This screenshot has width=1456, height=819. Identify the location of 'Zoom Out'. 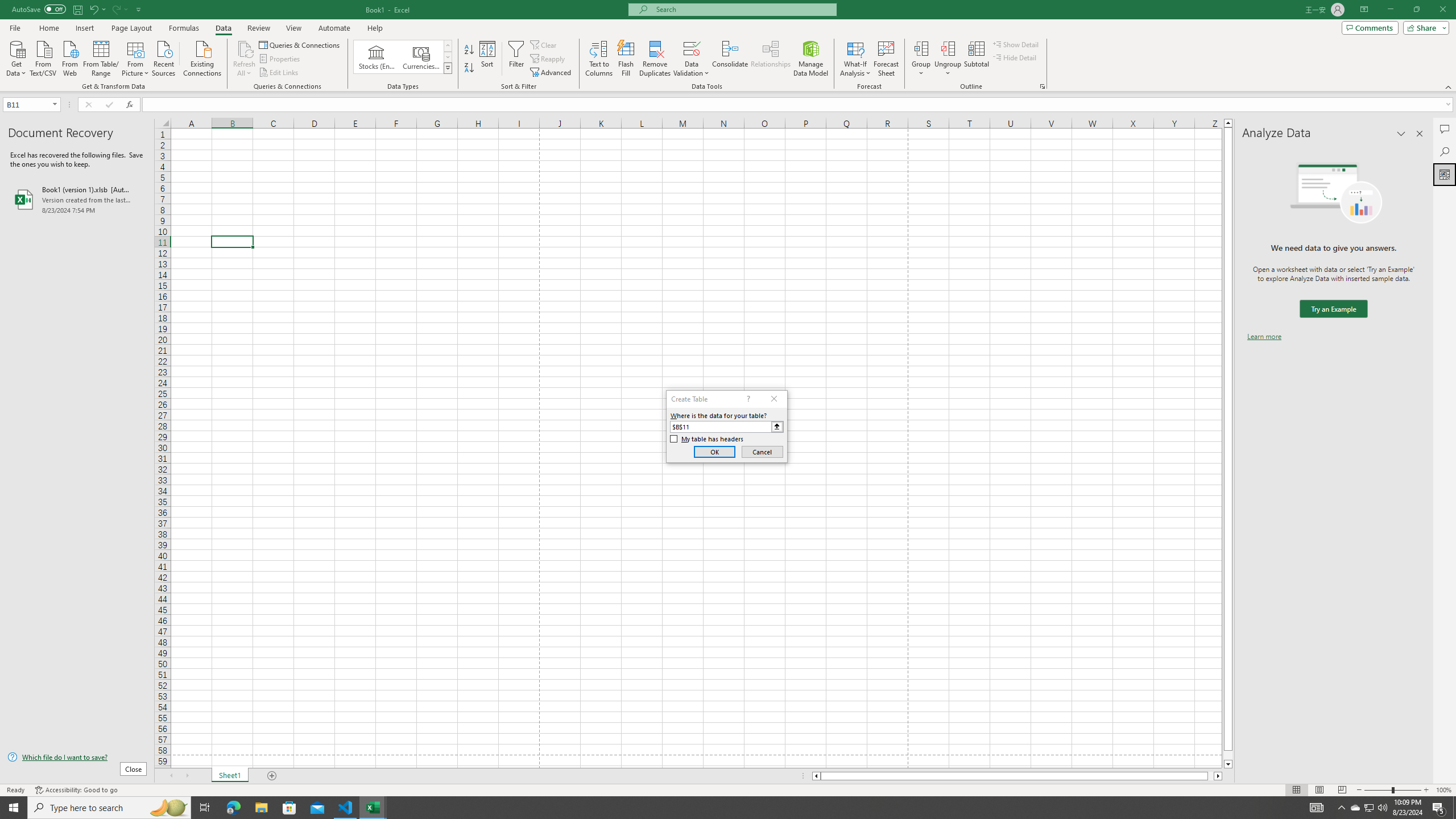
(1378, 790).